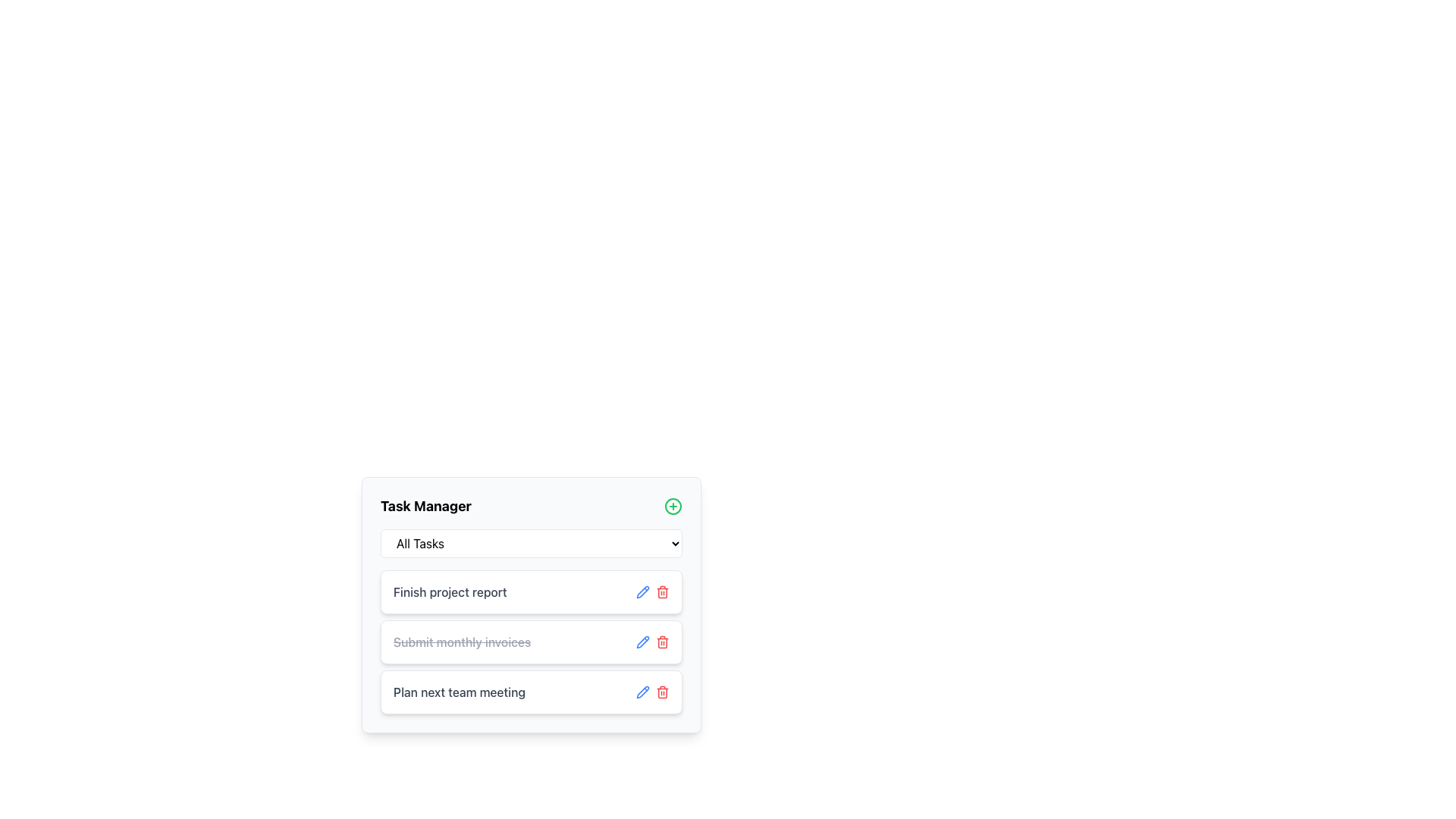  Describe the element at coordinates (458, 692) in the screenshot. I see `the text label displaying 'Plan next team meeting'` at that location.